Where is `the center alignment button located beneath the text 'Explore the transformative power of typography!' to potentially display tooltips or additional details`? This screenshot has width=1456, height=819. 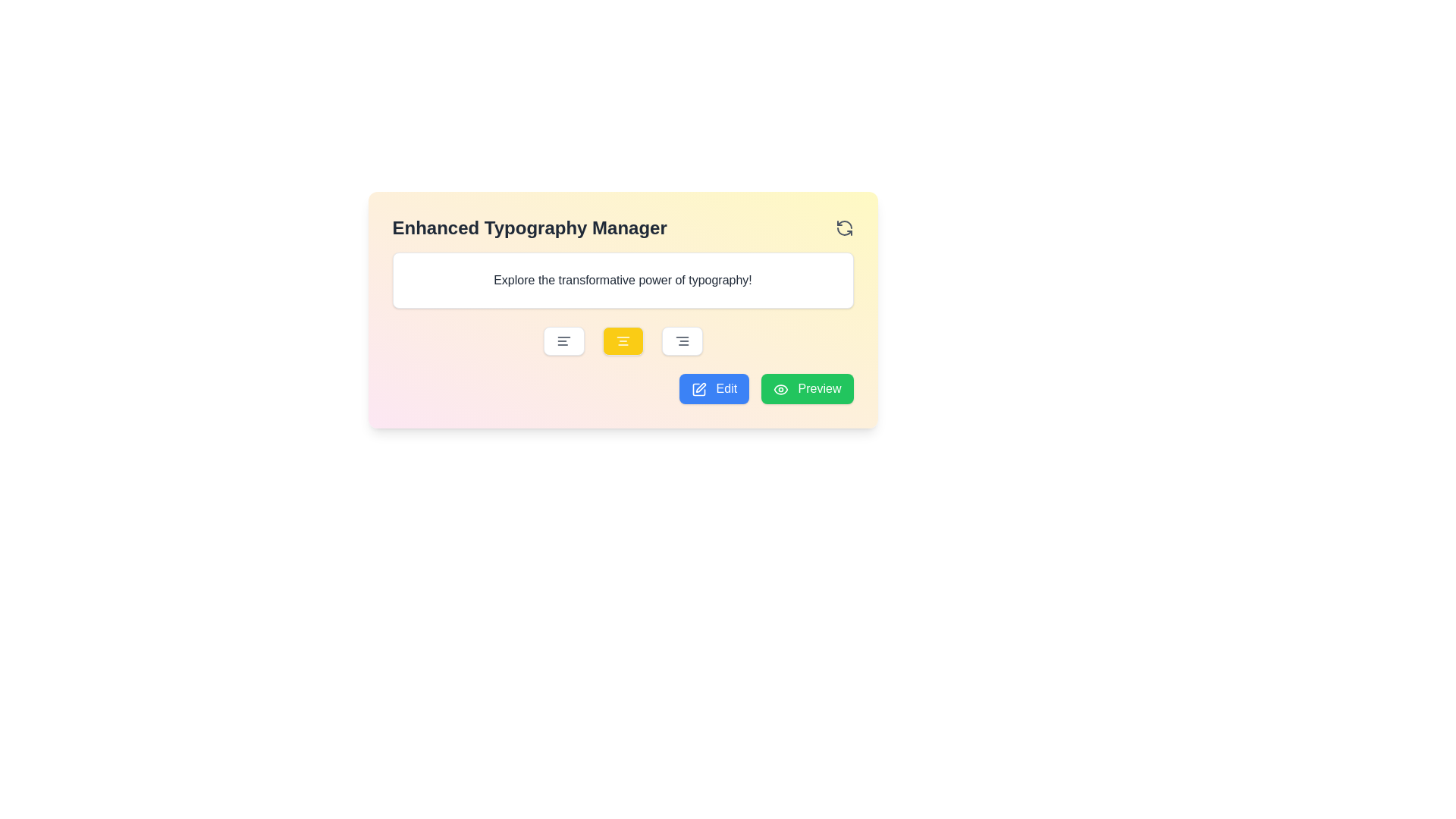 the center alignment button located beneath the text 'Explore the transformative power of typography!' to potentially display tooltips or additional details is located at coordinates (623, 341).